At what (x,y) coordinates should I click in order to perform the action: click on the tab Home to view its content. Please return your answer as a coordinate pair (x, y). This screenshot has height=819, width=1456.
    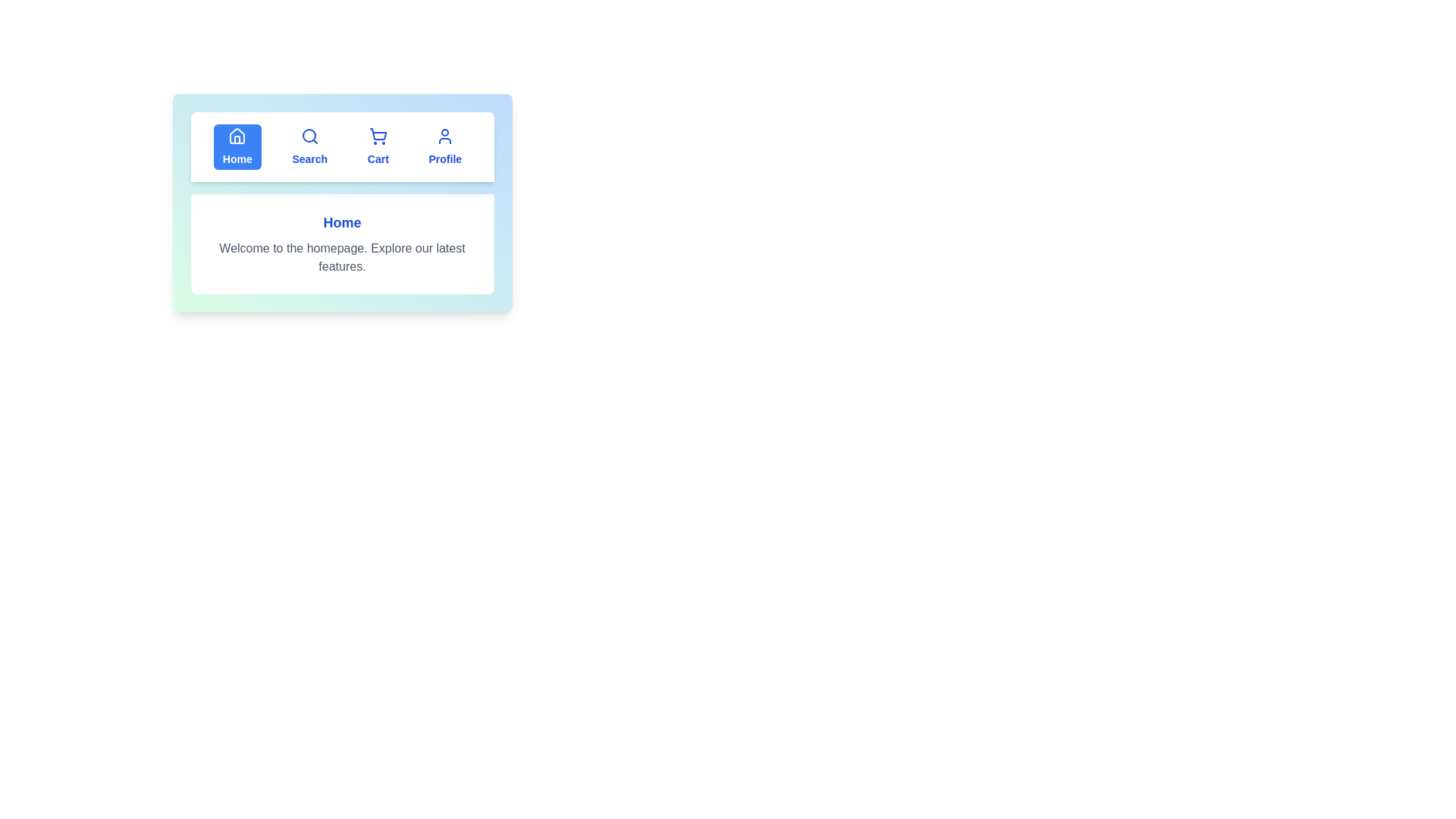
    Looking at the image, I should click on (236, 146).